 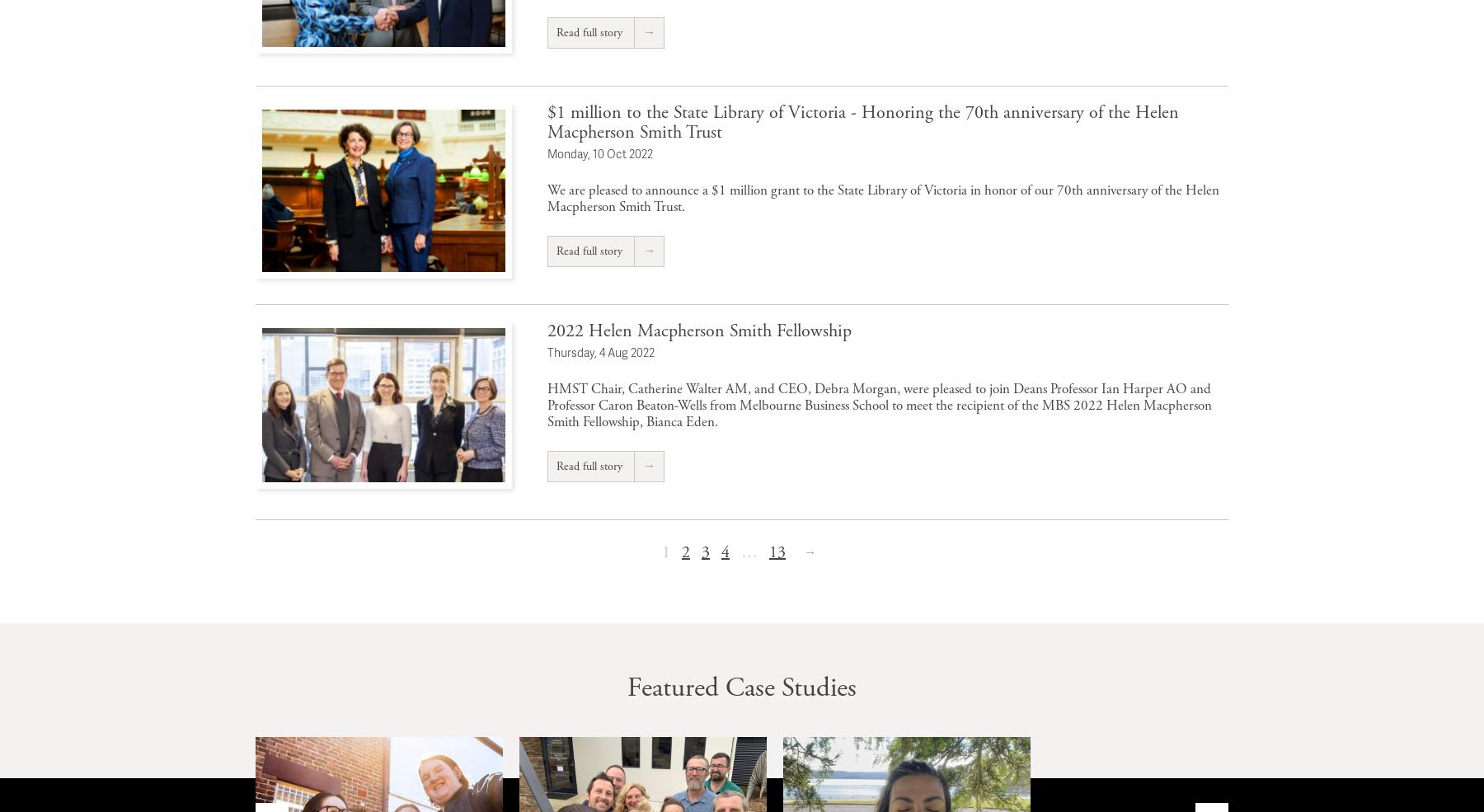 I want to click on 'Thursday, 4 Aug 2022', so click(x=600, y=350).